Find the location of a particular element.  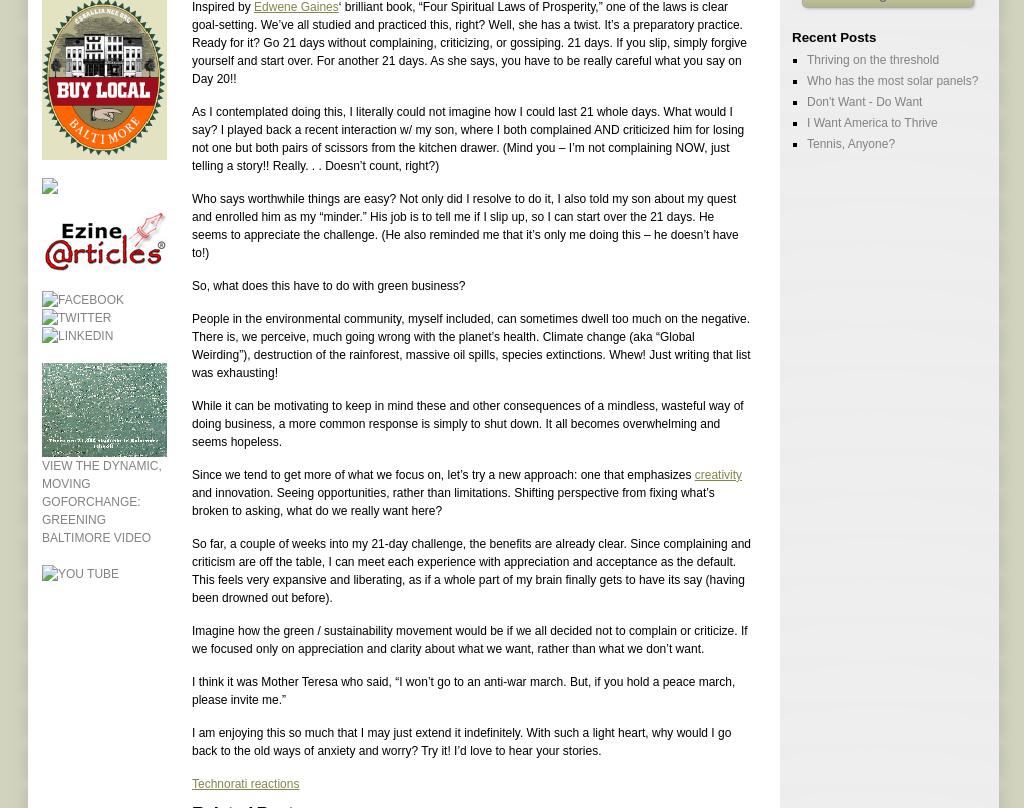

'Since we tend to get more of what we focus on, let’s try a new approach: one that emphasizes' is located at coordinates (192, 473).